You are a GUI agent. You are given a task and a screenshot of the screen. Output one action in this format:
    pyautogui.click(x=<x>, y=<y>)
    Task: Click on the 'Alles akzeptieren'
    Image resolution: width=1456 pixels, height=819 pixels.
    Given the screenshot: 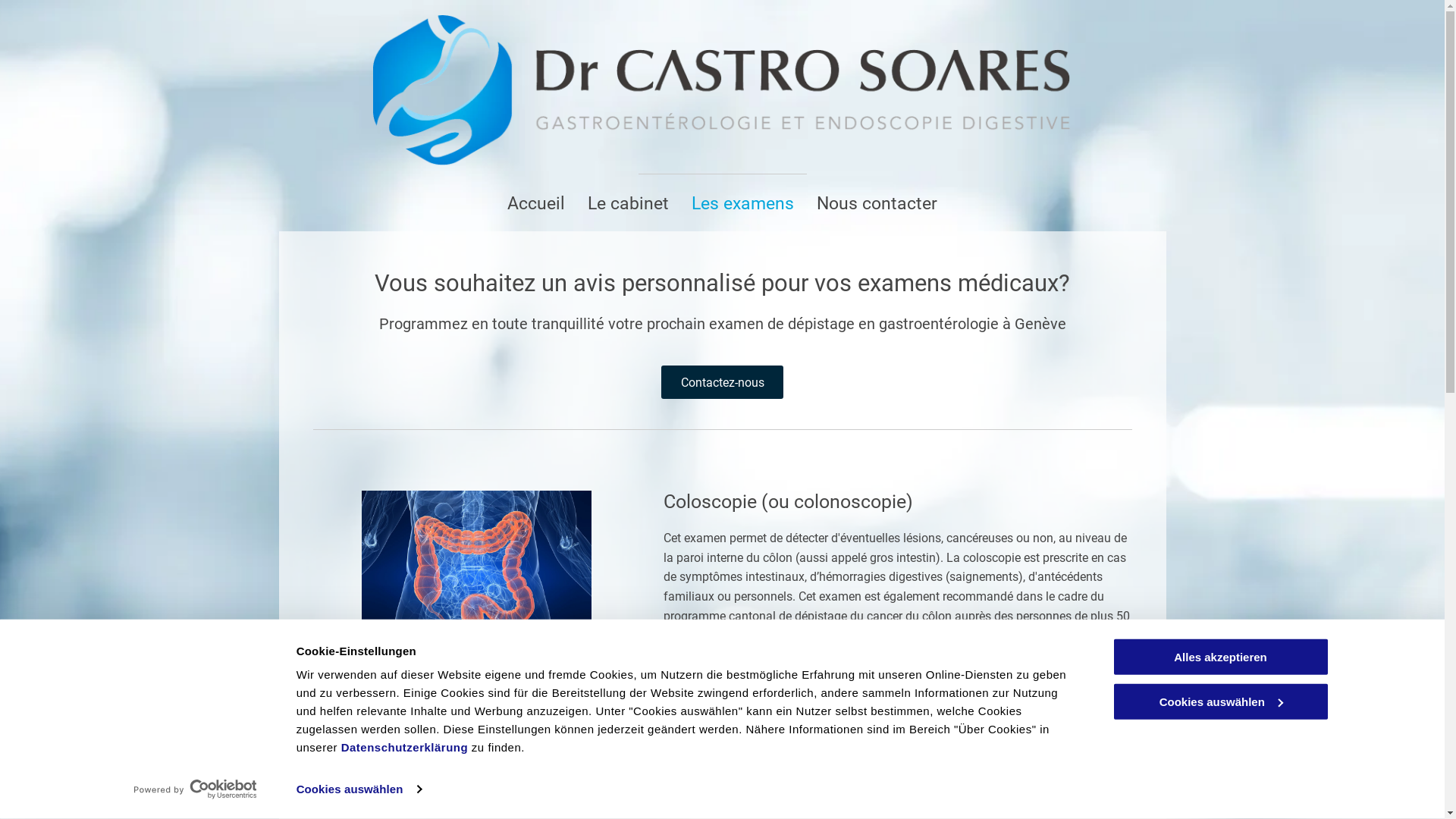 What is the action you would take?
    pyautogui.click(x=1111, y=656)
    